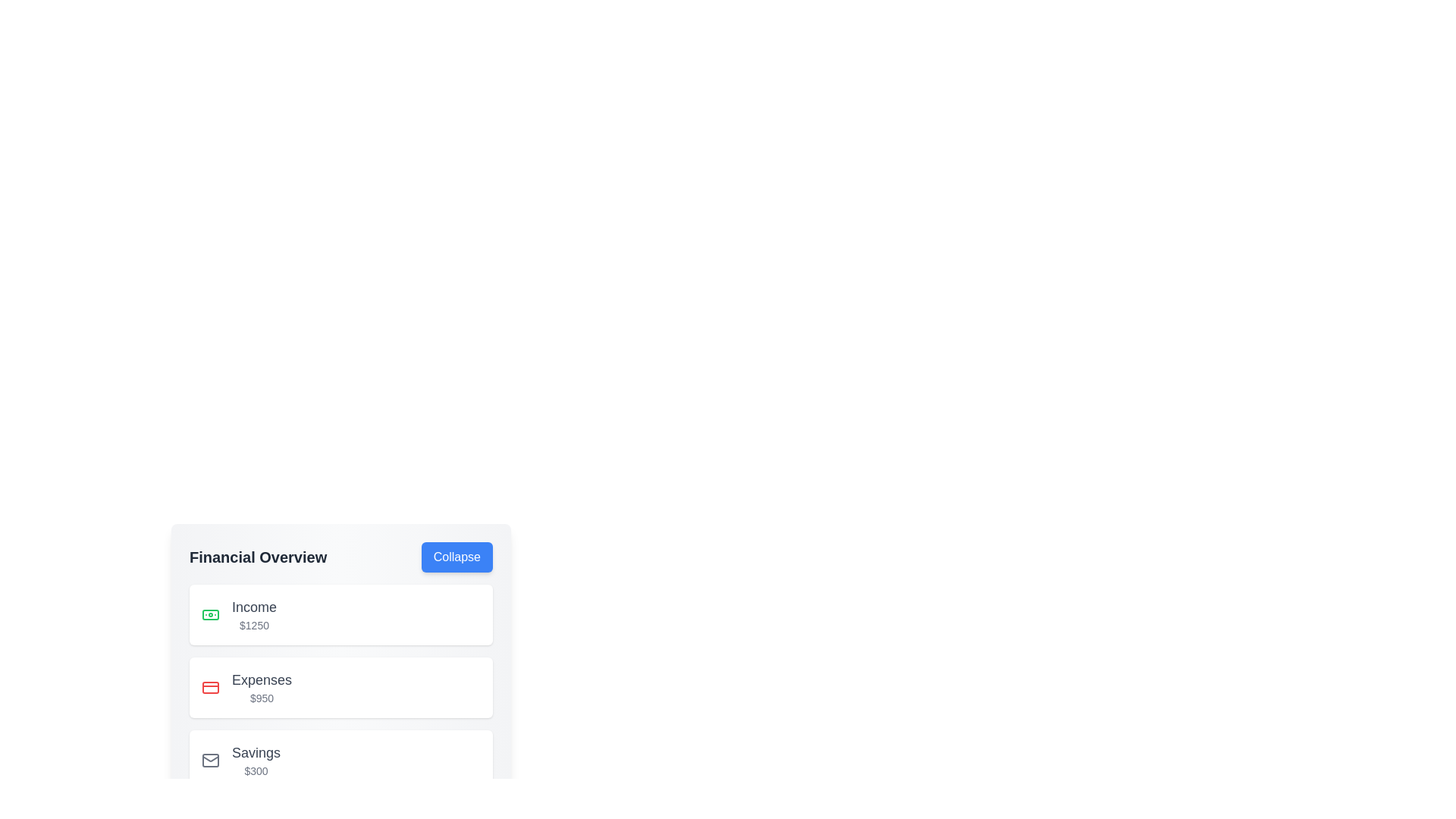  I want to click on the text display component that shows 'Income' in bold and '$1250' in a smaller font, located centrally aligned to the right of a green banknote icon, so click(254, 614).